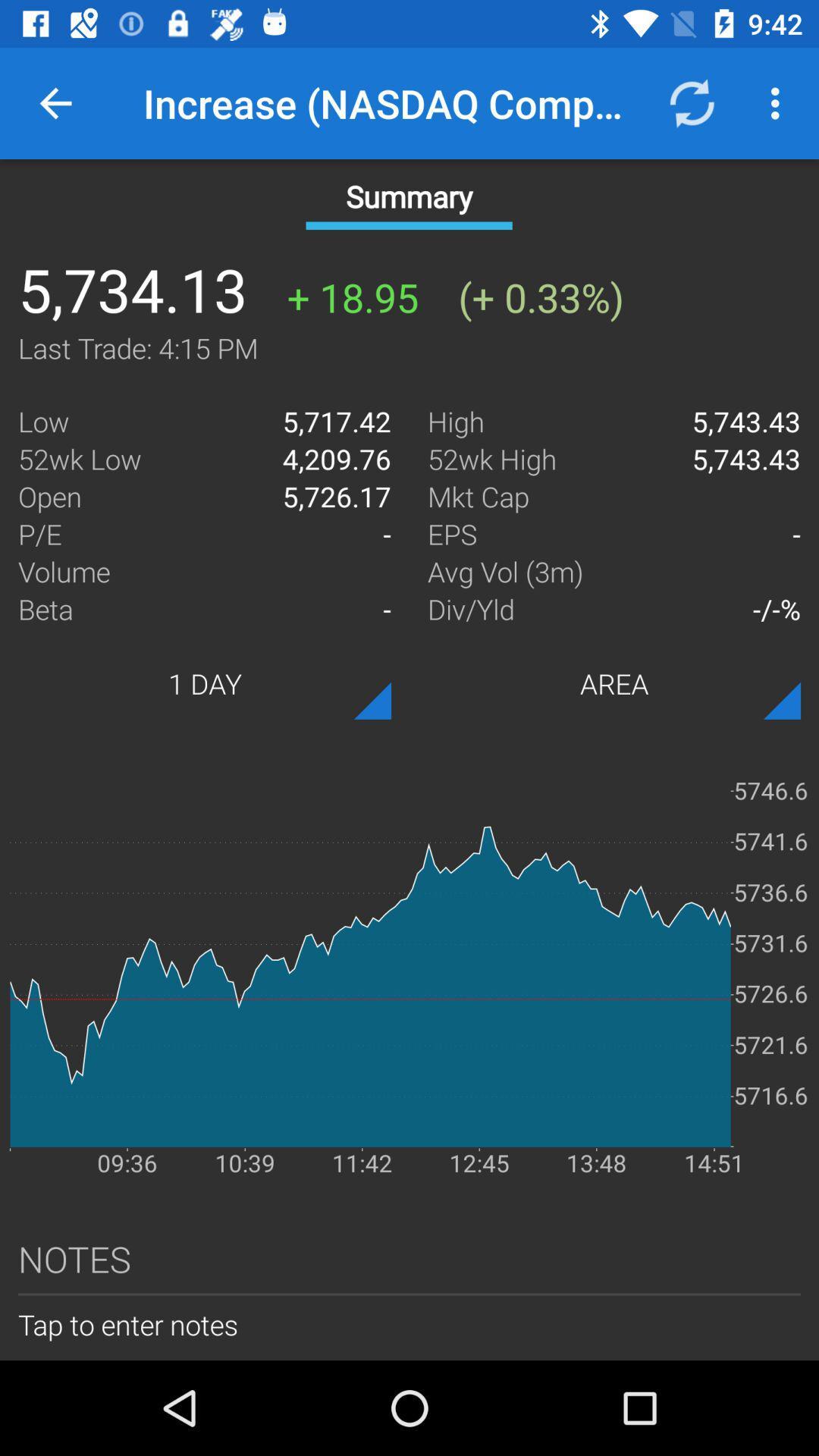  Describe the element at coordinates (614, 682) in the screenshot. I see `the icon next to the 1 day` at that location.